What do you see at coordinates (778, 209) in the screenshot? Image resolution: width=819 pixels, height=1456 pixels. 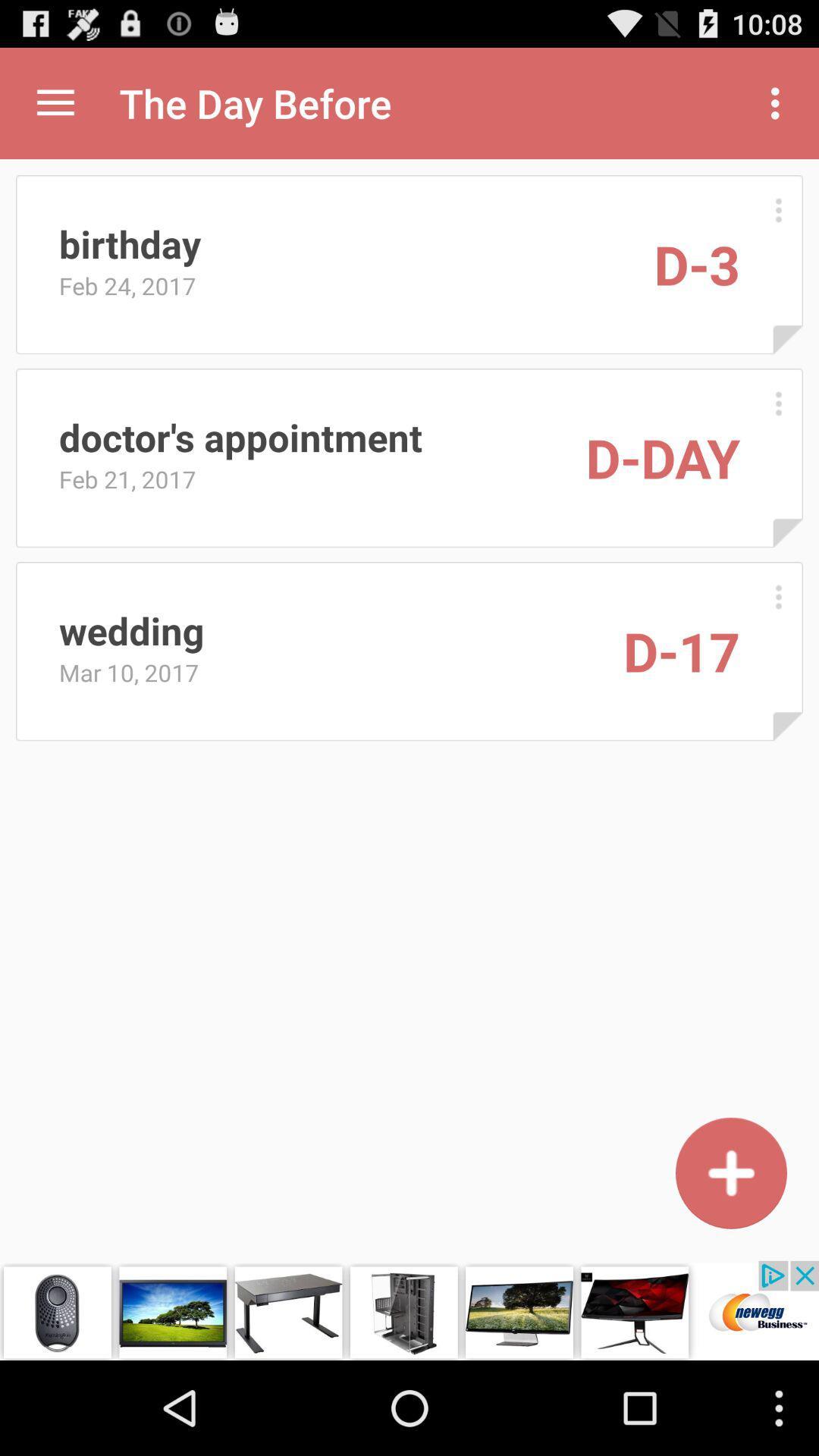 I see `open the options` at bounding box center [778, 209].